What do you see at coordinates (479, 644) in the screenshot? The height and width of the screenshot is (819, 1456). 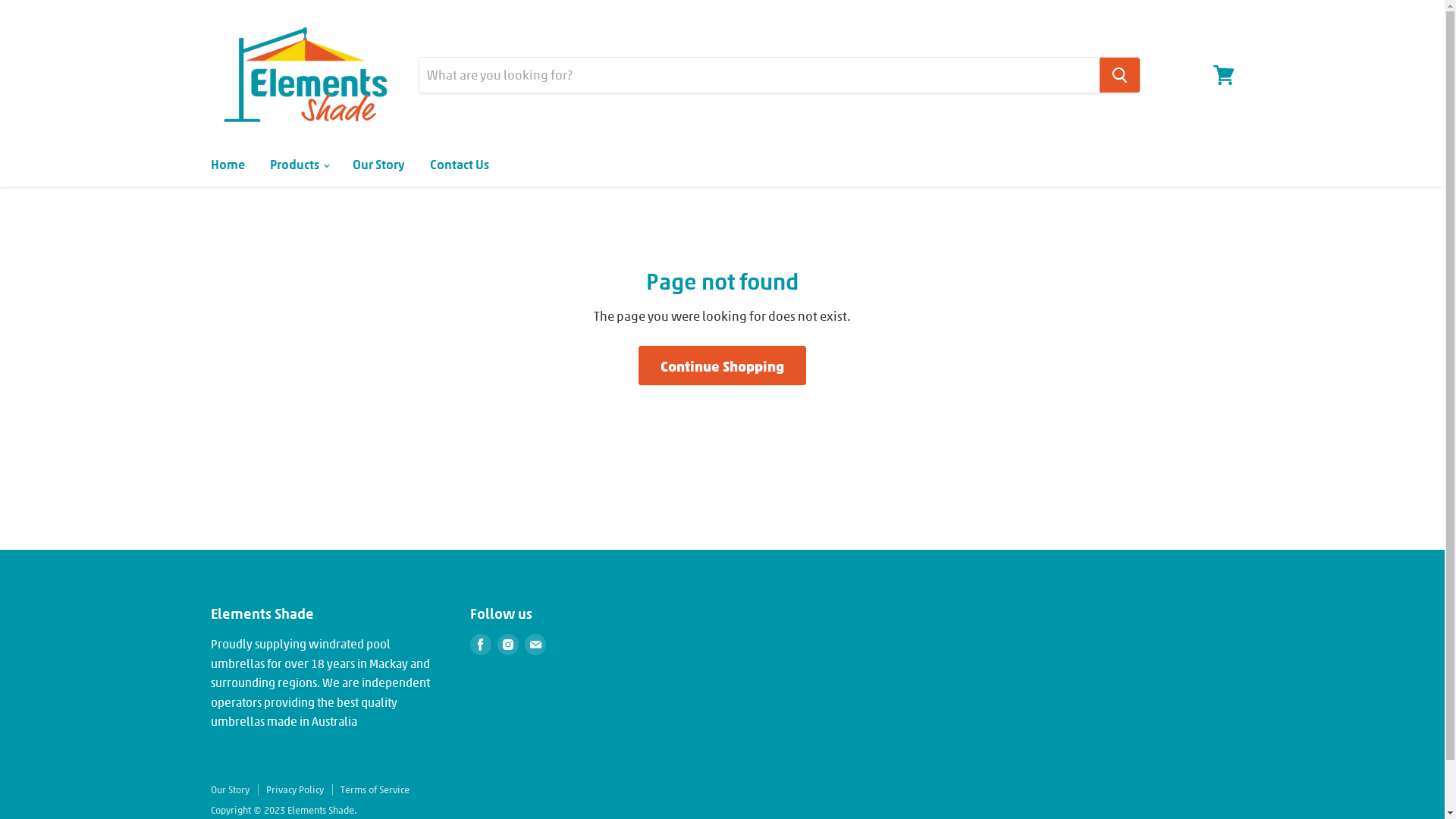 I see `'Find us on Facebook'` at bounding box center [479, 644].